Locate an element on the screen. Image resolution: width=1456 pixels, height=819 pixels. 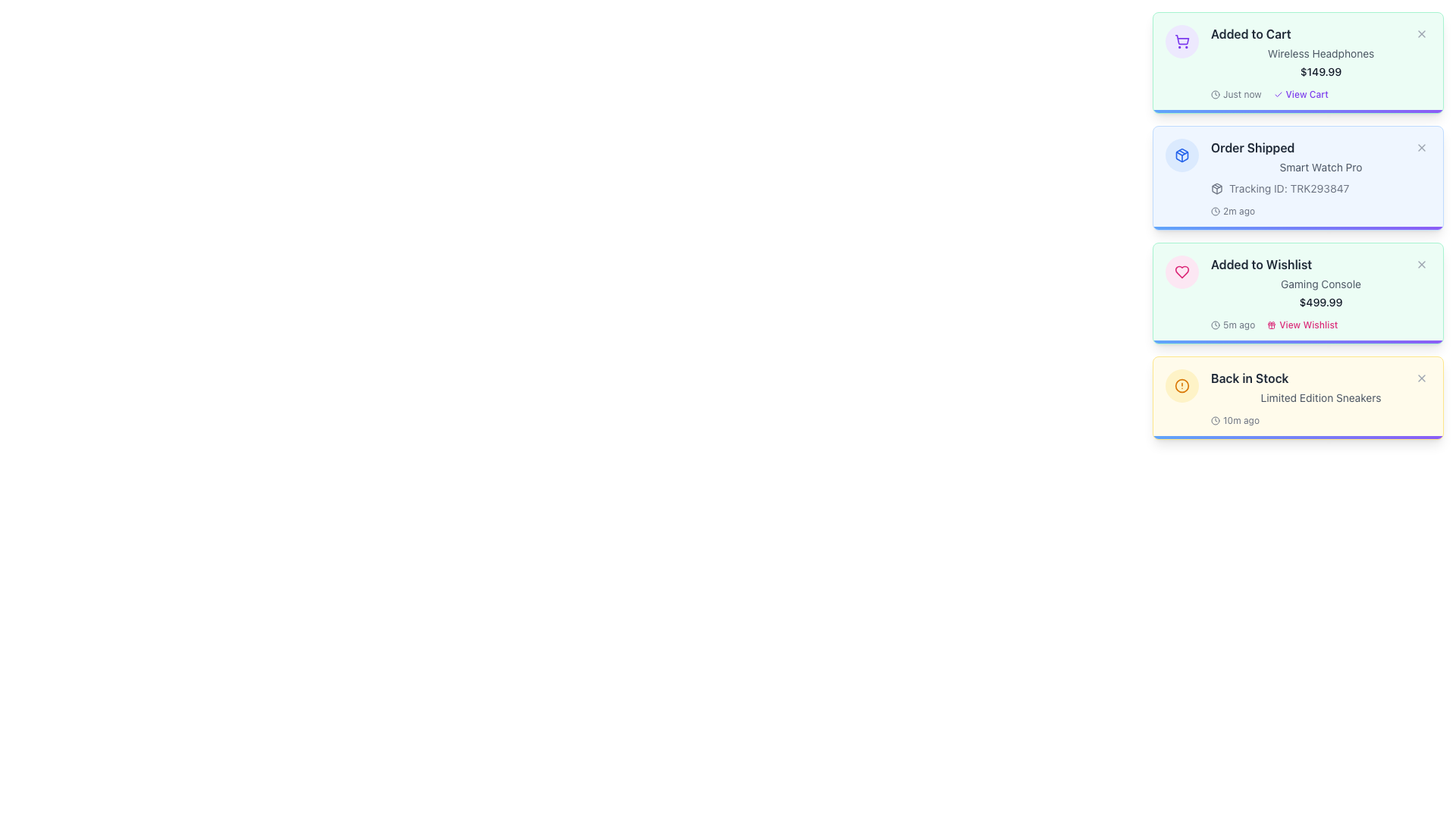
the close button icon with an 'X' symbol located at the top-right corner of the 'Order Shipped' notification card is located at coordinates (1421, 148).